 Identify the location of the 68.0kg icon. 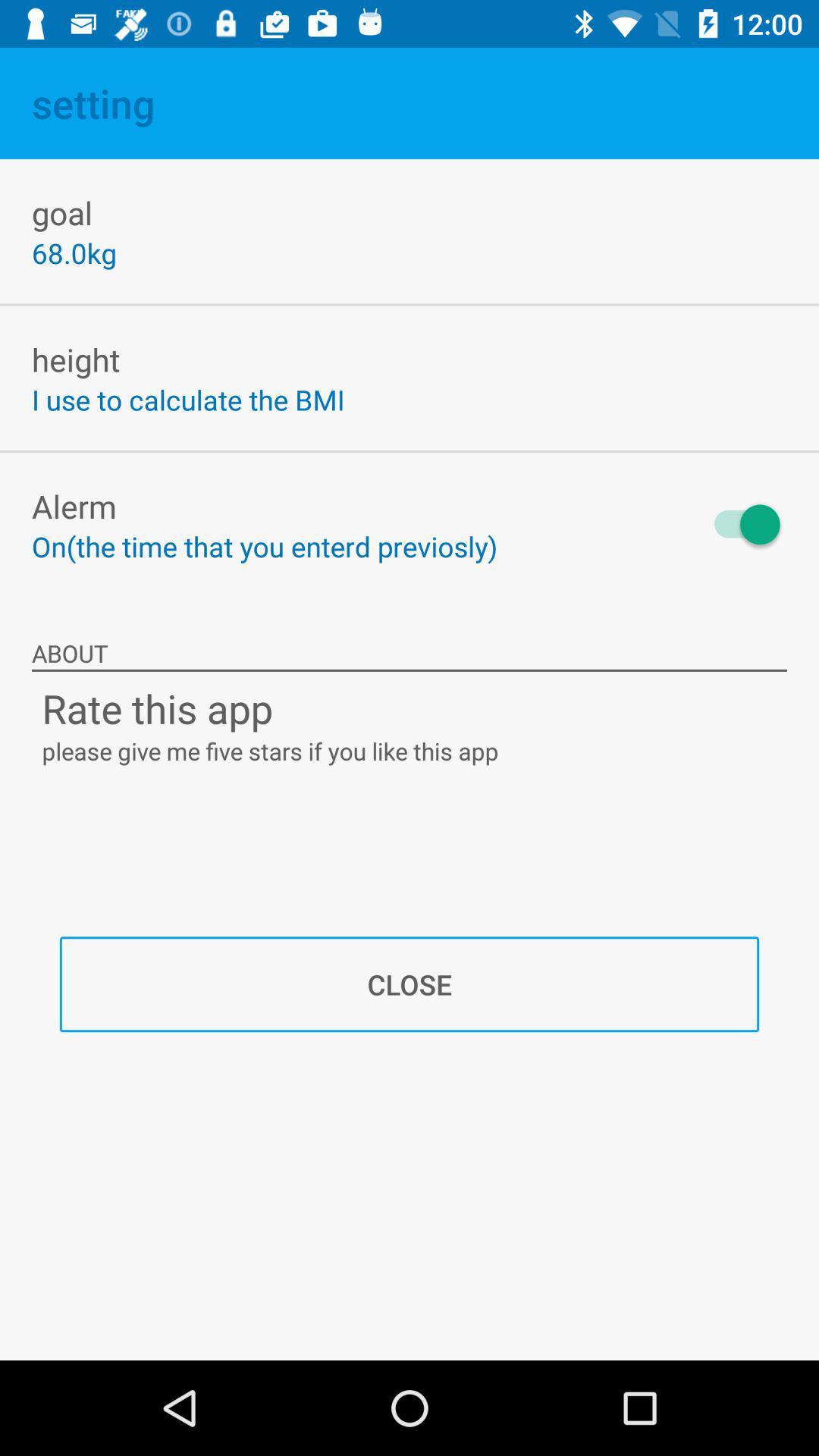
(74, 253).